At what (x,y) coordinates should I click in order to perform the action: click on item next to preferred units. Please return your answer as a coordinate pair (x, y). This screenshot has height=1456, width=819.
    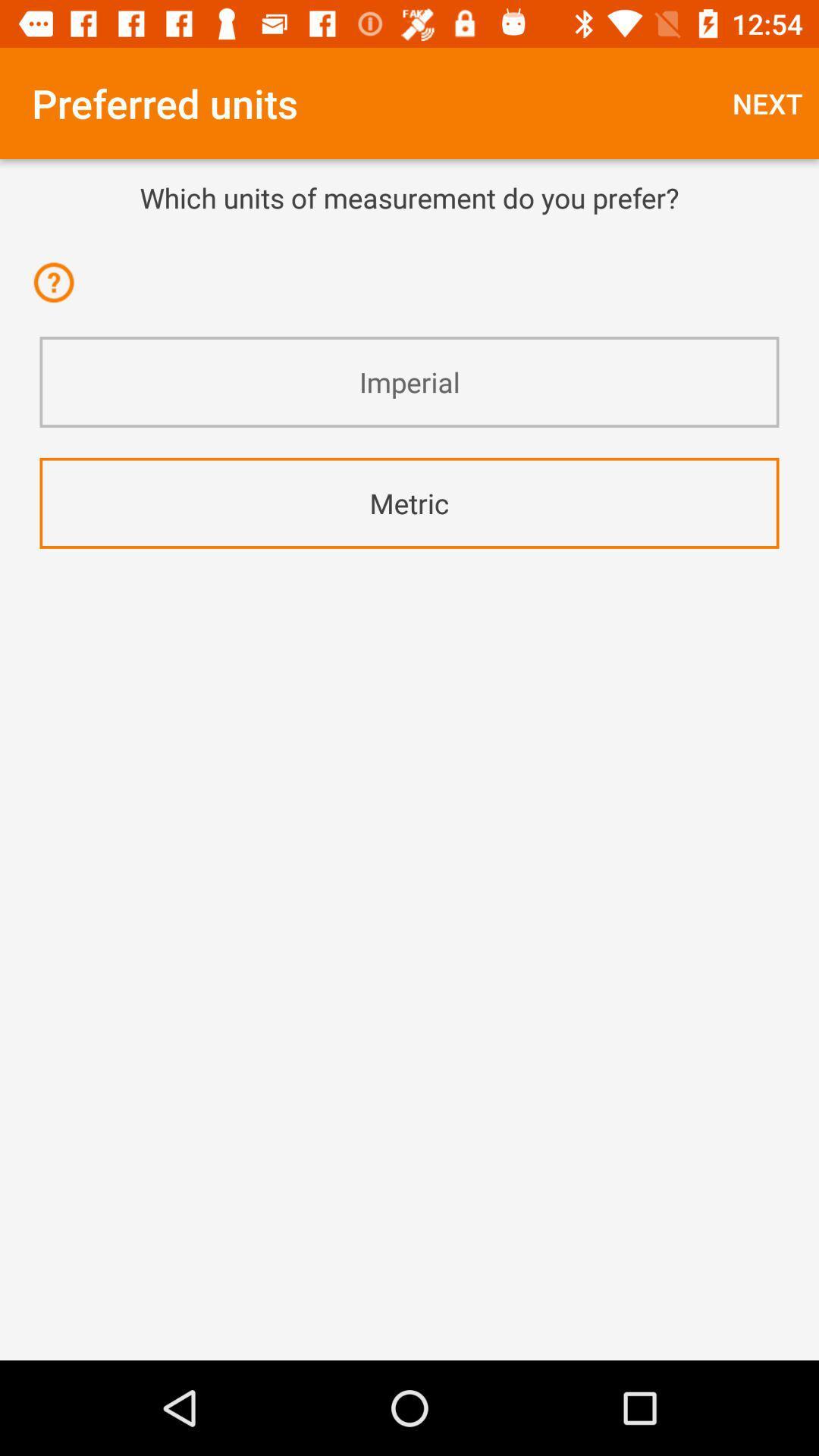
    Looking at the image, I should click on (767, 102).